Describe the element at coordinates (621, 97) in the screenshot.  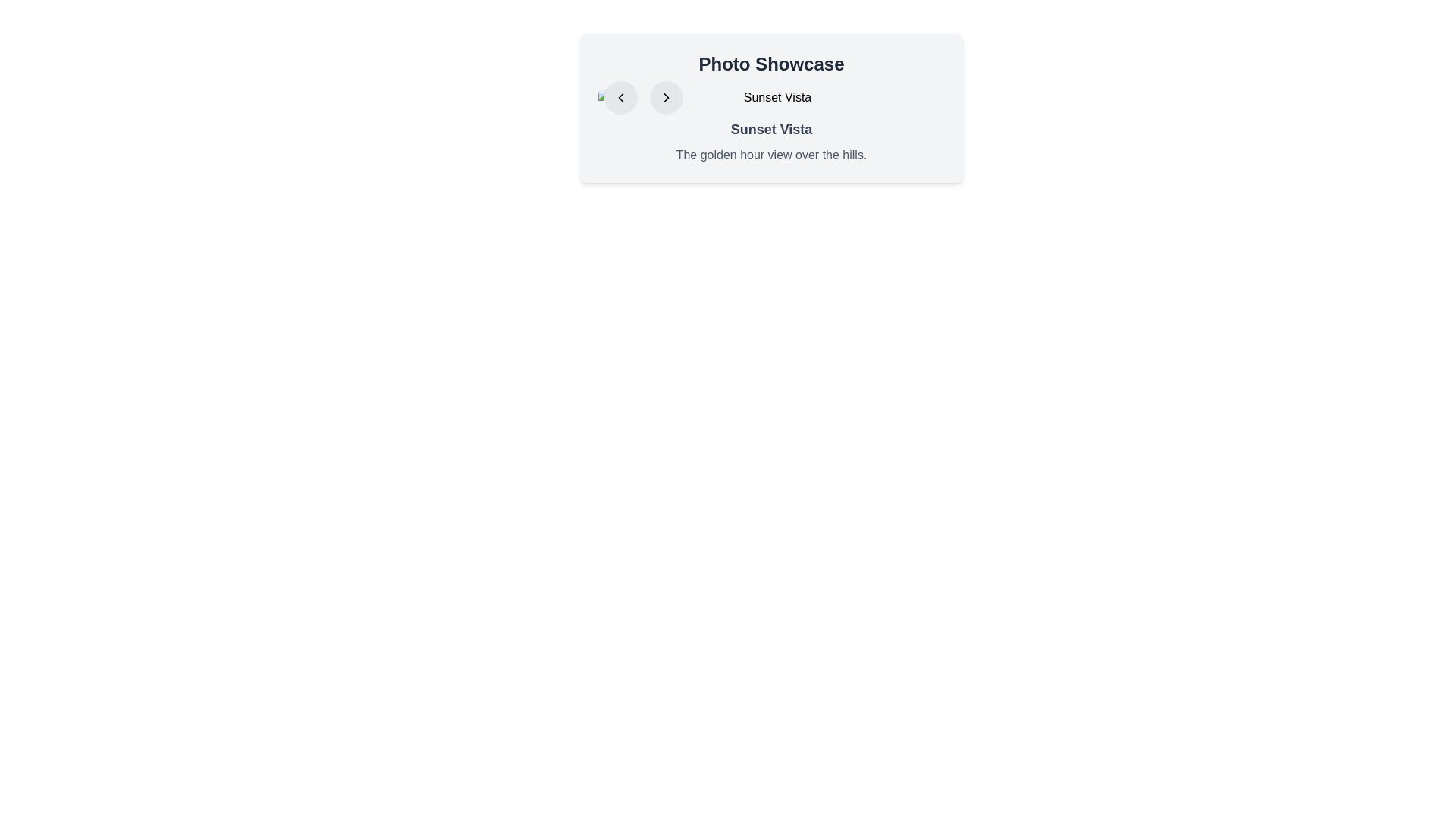
I see `the left navigation button that allows users to go to the previous item in a gallery or paginator to trigger any hover effects` at that location.